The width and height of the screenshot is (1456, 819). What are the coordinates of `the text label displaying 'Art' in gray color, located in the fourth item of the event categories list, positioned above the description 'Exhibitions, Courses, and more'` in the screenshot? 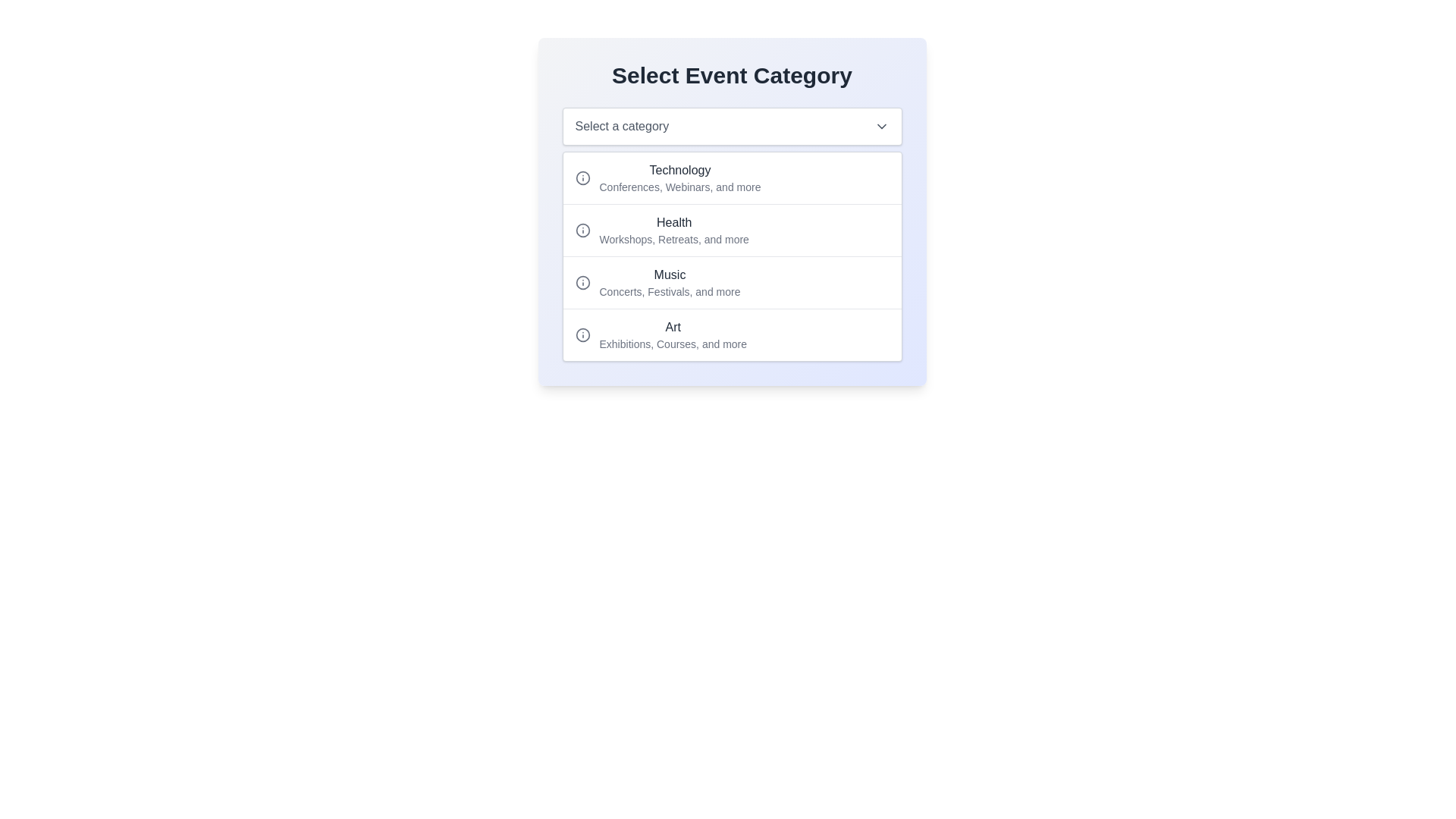 It's located at (672, 327).